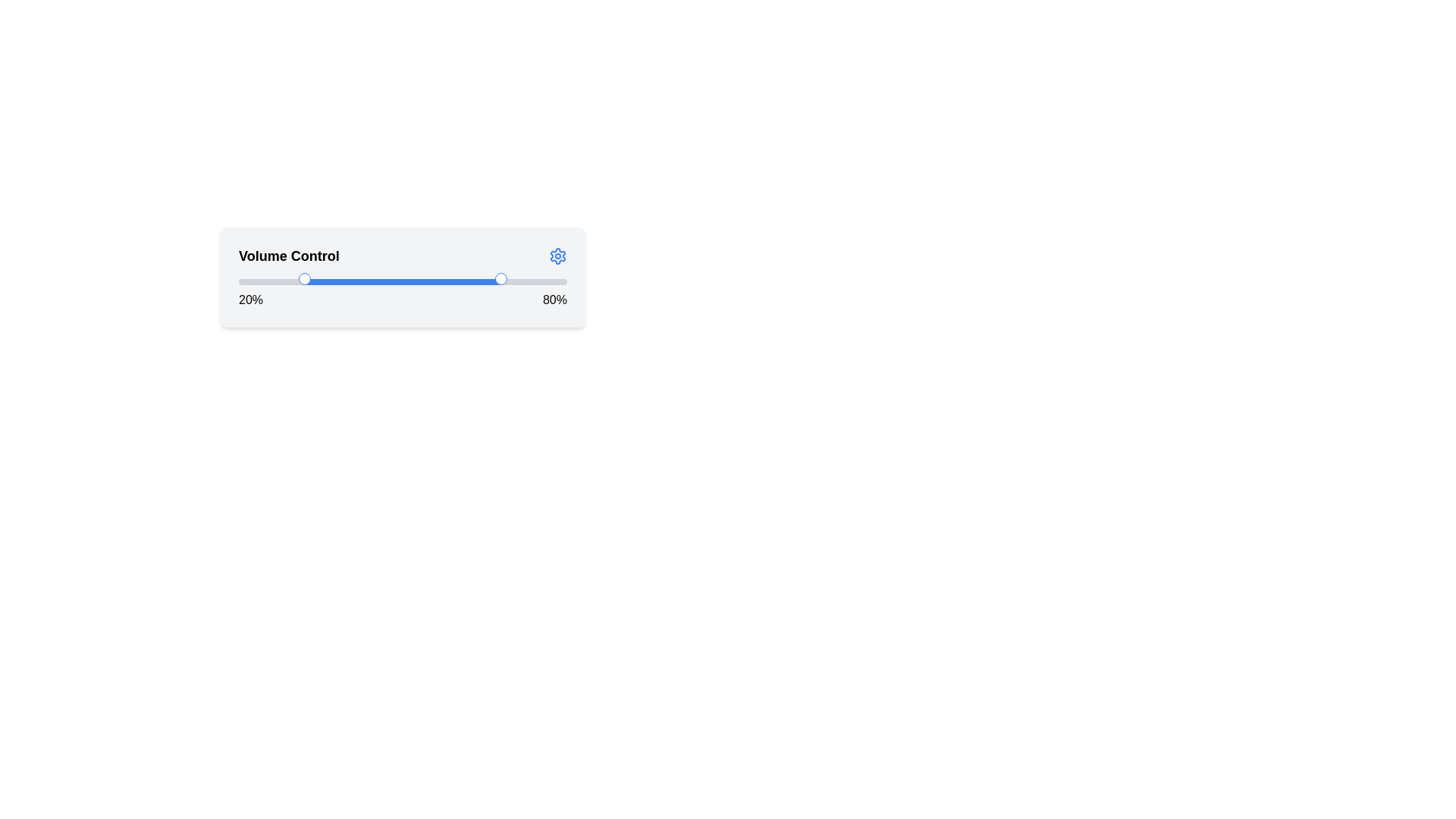 This screenshot has height=819, width=1456. What do you see at coordinates (303, 278) in the screenshot?
I see `the slider indicator that represents the current position at the 20% mark of the volume or progress slider` at bounding box center [303, 278].